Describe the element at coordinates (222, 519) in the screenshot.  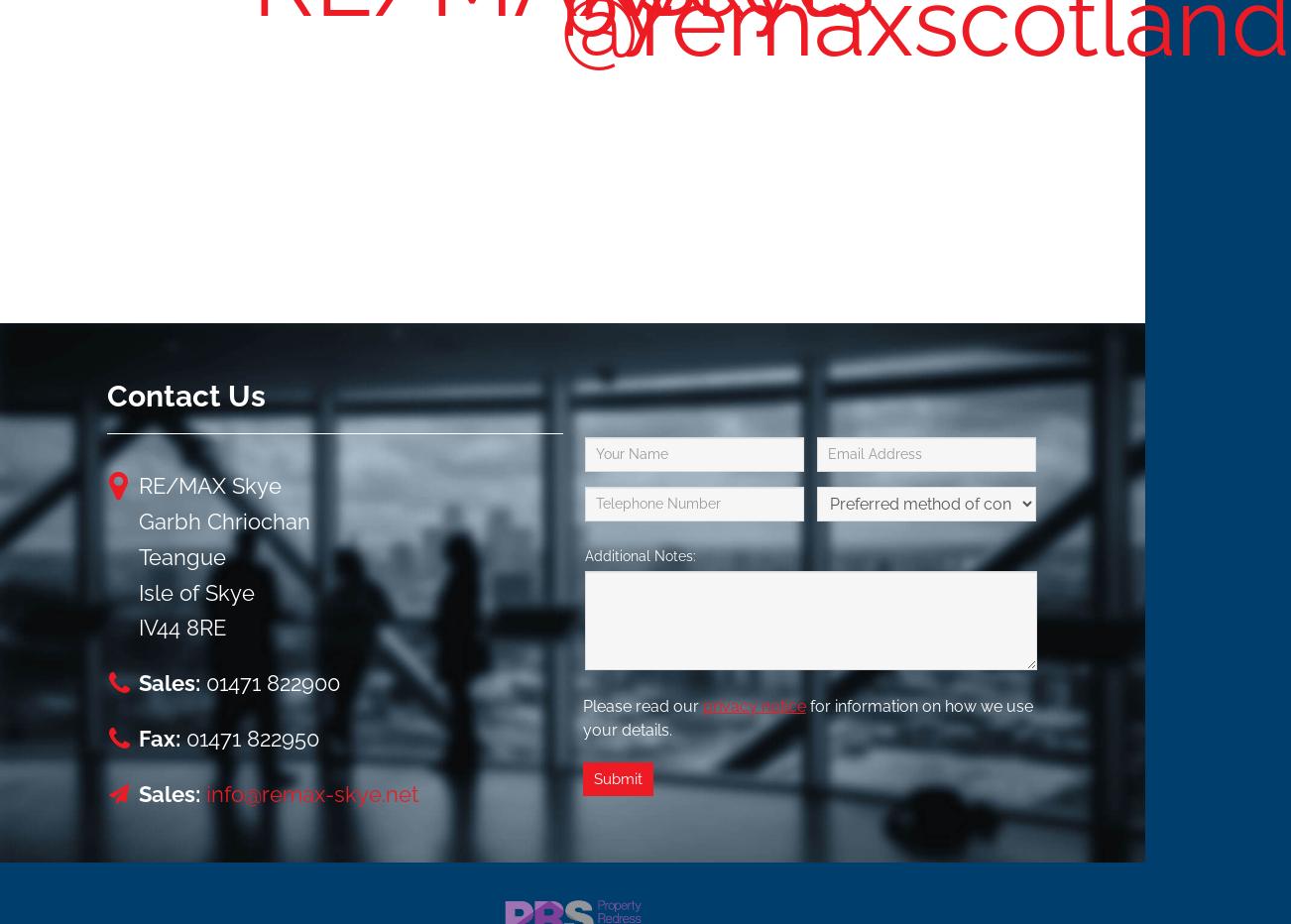
I see `'Garbh Chriochan'` at that location.